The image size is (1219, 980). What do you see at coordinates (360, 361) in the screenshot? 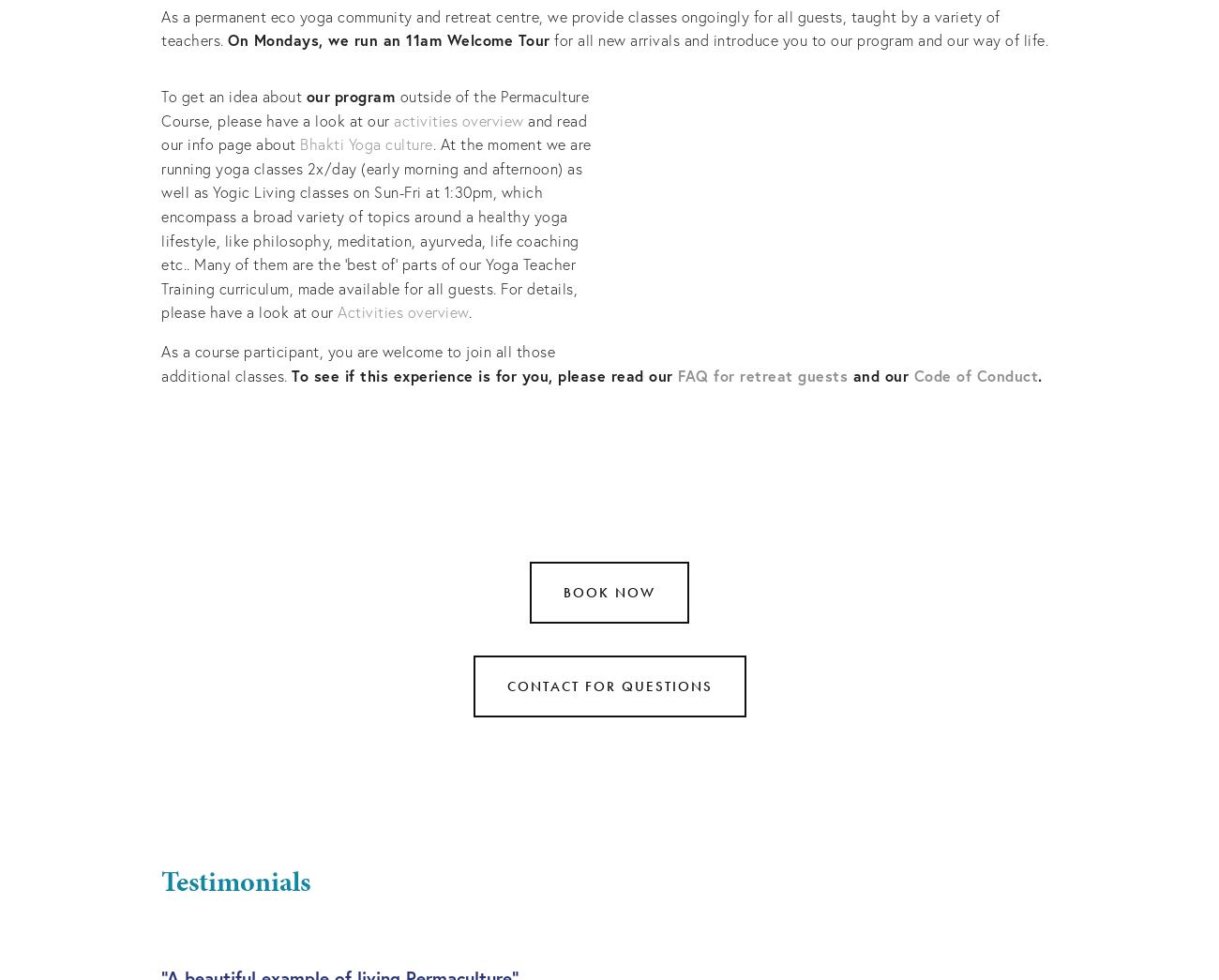
I see `'As a course participant, you are welcome to join all those additional classes.'` at bounding box center [360, 361].